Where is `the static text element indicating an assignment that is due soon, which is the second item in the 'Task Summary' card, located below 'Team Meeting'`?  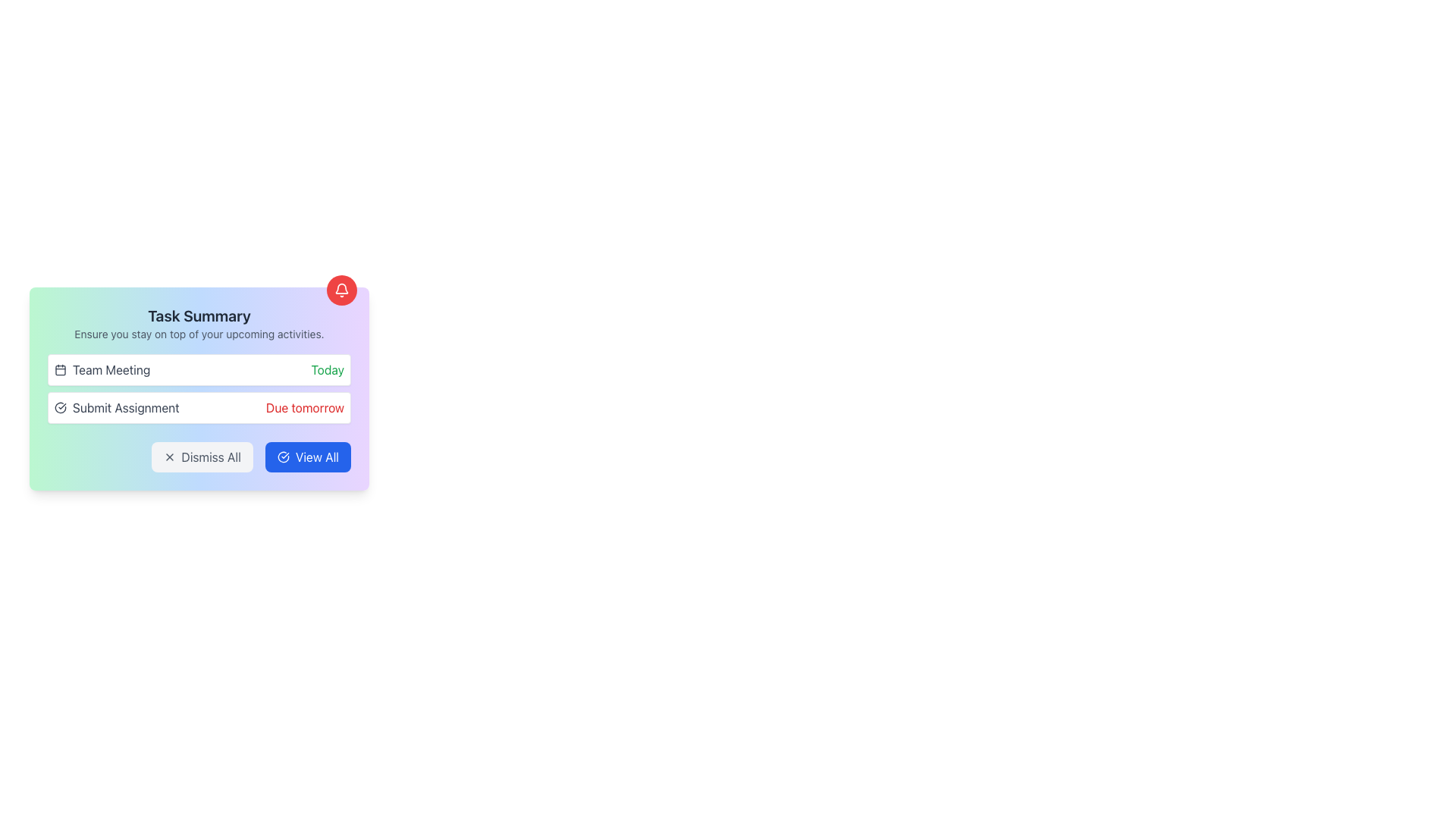
the static text element indicating an assignment that is due soon, which is the second item in the 'Task Summary' card, located below 'Team Meeting' is located at coordinates (116, 406).